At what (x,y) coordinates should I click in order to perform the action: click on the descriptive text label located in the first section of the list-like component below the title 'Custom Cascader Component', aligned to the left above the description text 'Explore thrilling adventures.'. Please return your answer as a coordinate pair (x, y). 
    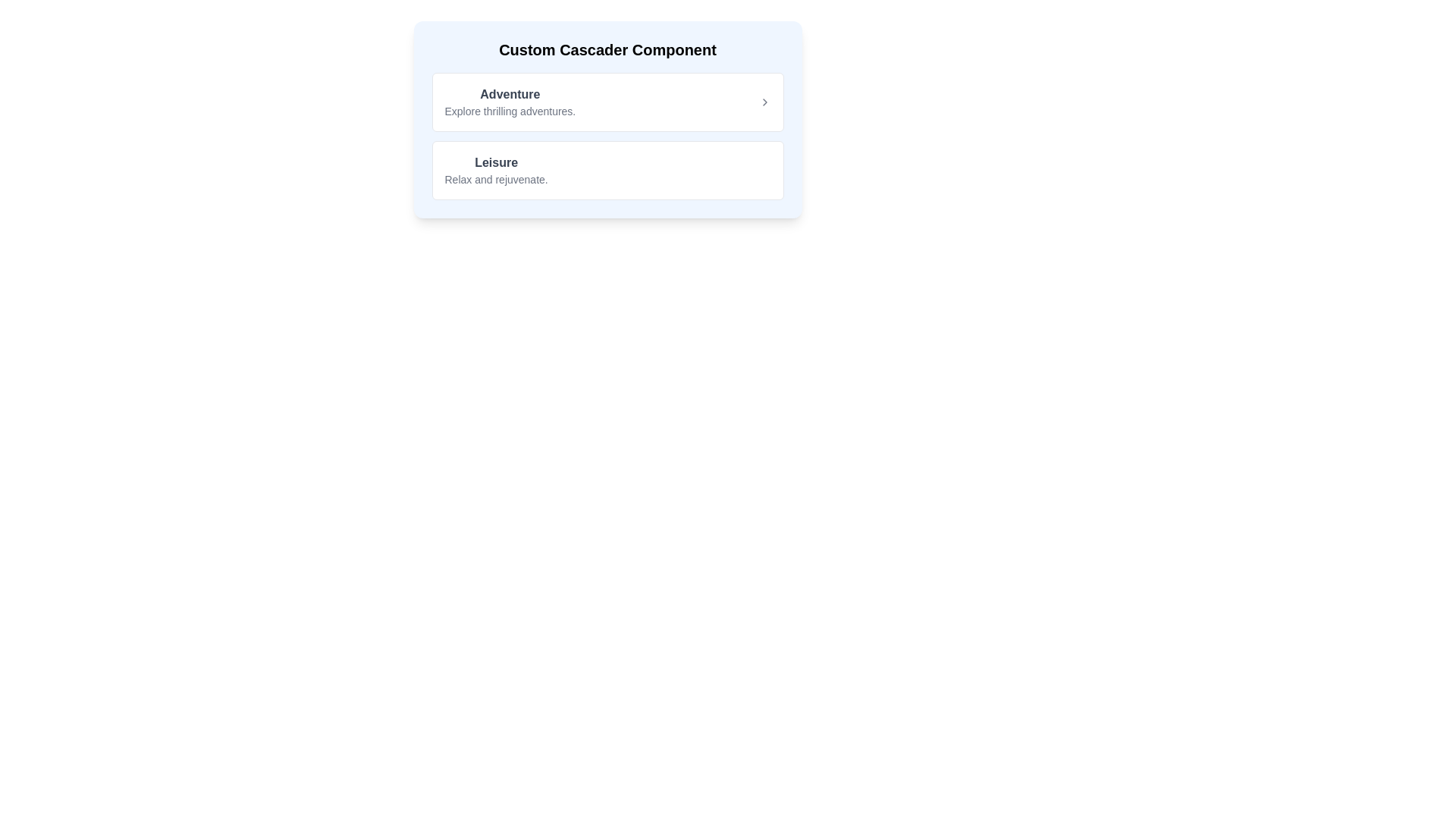
    Looking at the image, I should click on (510, 94).